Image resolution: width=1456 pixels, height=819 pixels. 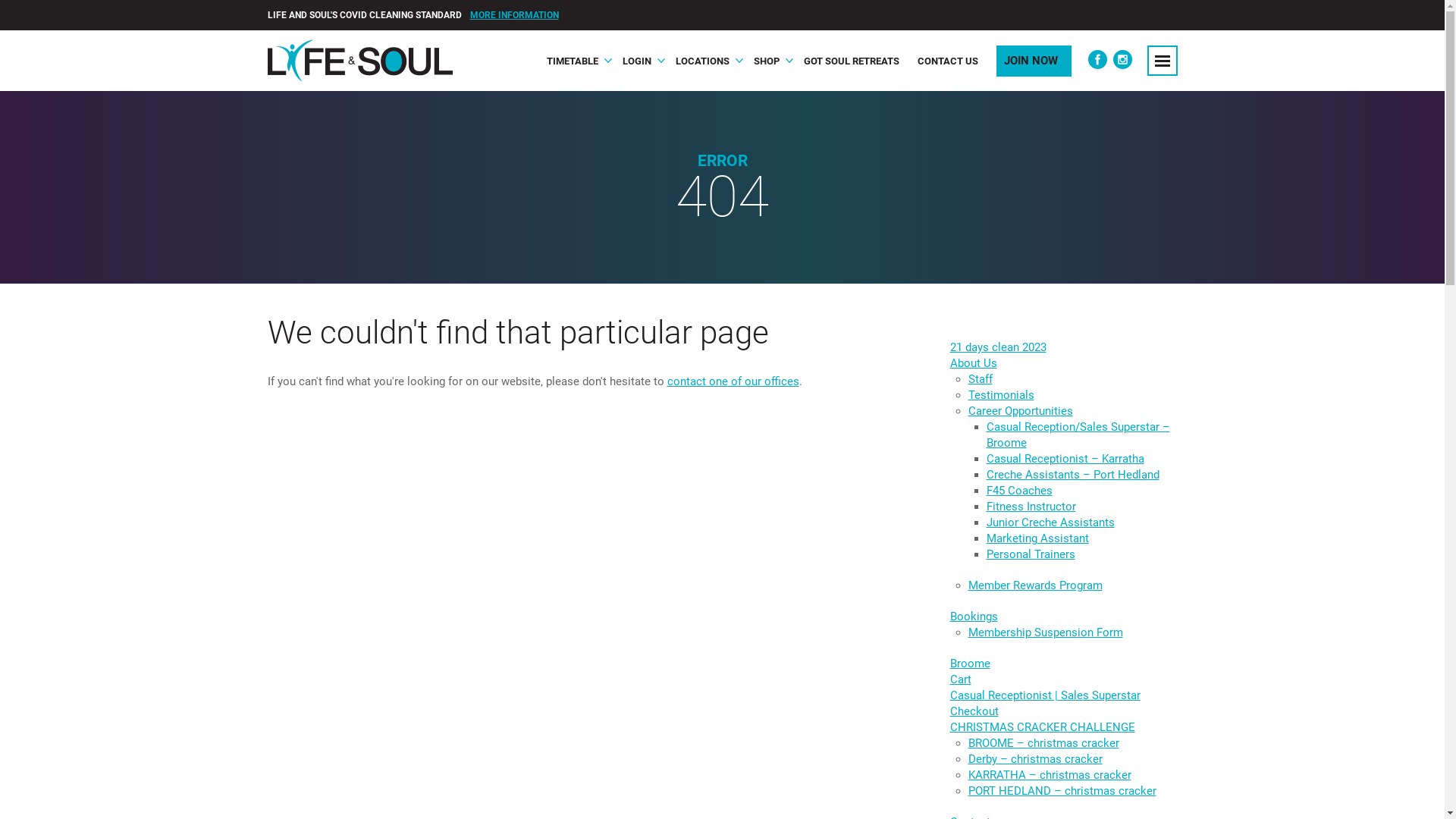 What do you see at coordinates (973, 711) in the screenshot?
I see `'Checkout'` at bounding box center [973, 711].